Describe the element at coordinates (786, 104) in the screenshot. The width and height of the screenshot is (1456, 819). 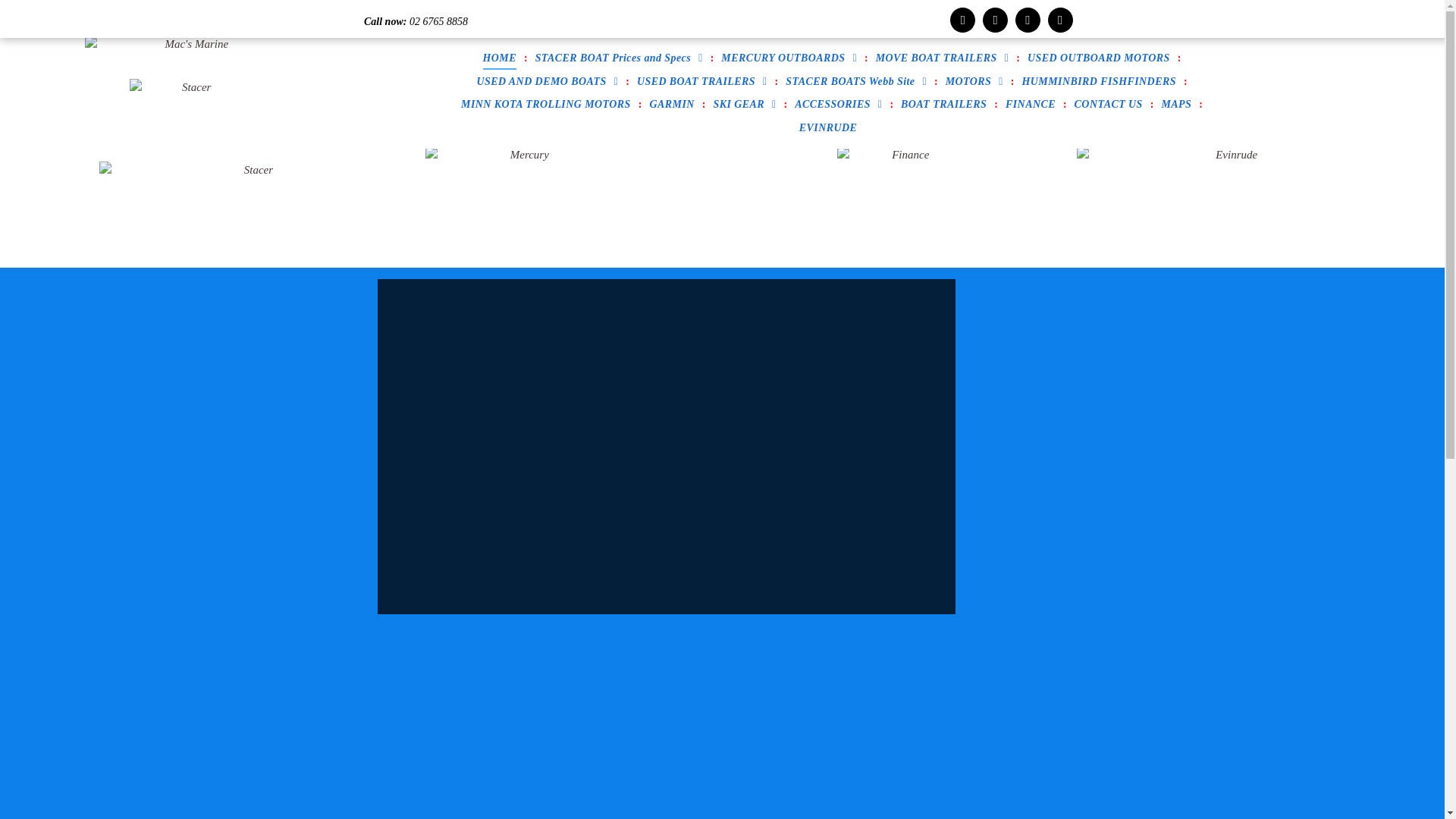
I see `'ACCESSORIES'` at that location.